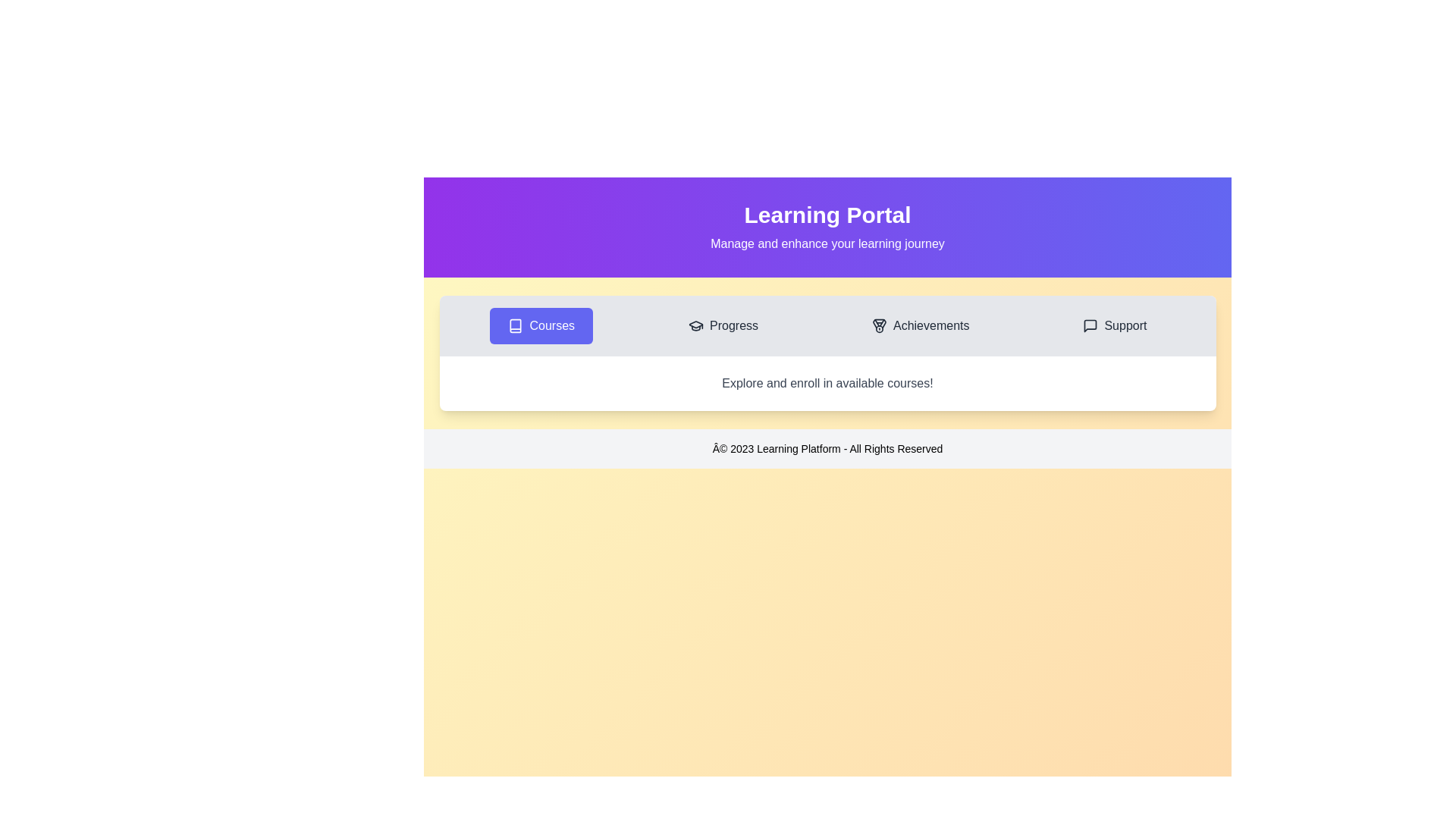  What do you see at coordinates (1090, 325) in the screenshot?
I see `the 'Support' button that contains a chat bubble icon on its left side` at bounding box center [1090, 325].